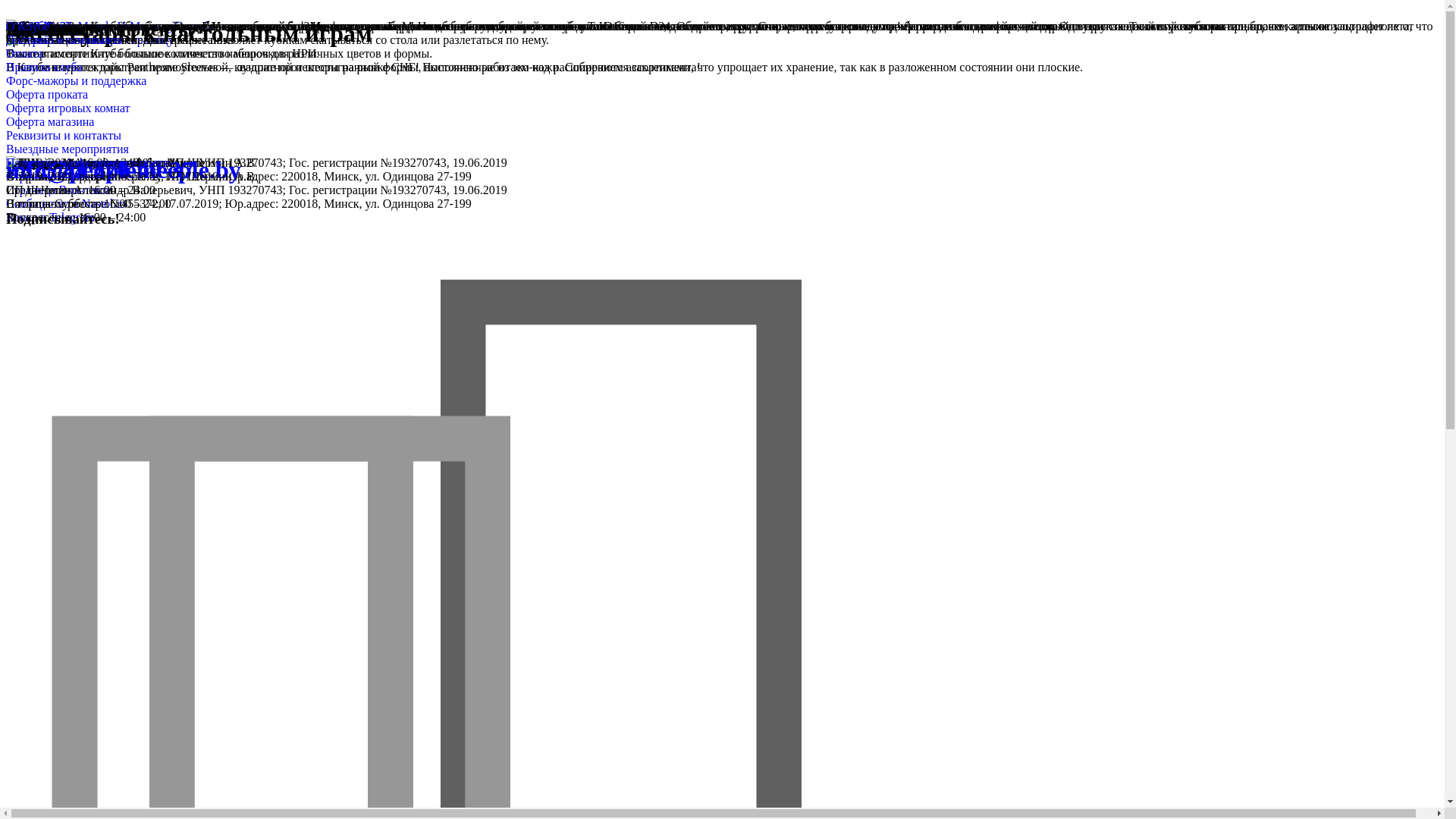 This screenshot has height=819, width=1456. Describe the element at coordinates (39, 26) in the screenshot. I see `'33 377-40-37'` at that location.